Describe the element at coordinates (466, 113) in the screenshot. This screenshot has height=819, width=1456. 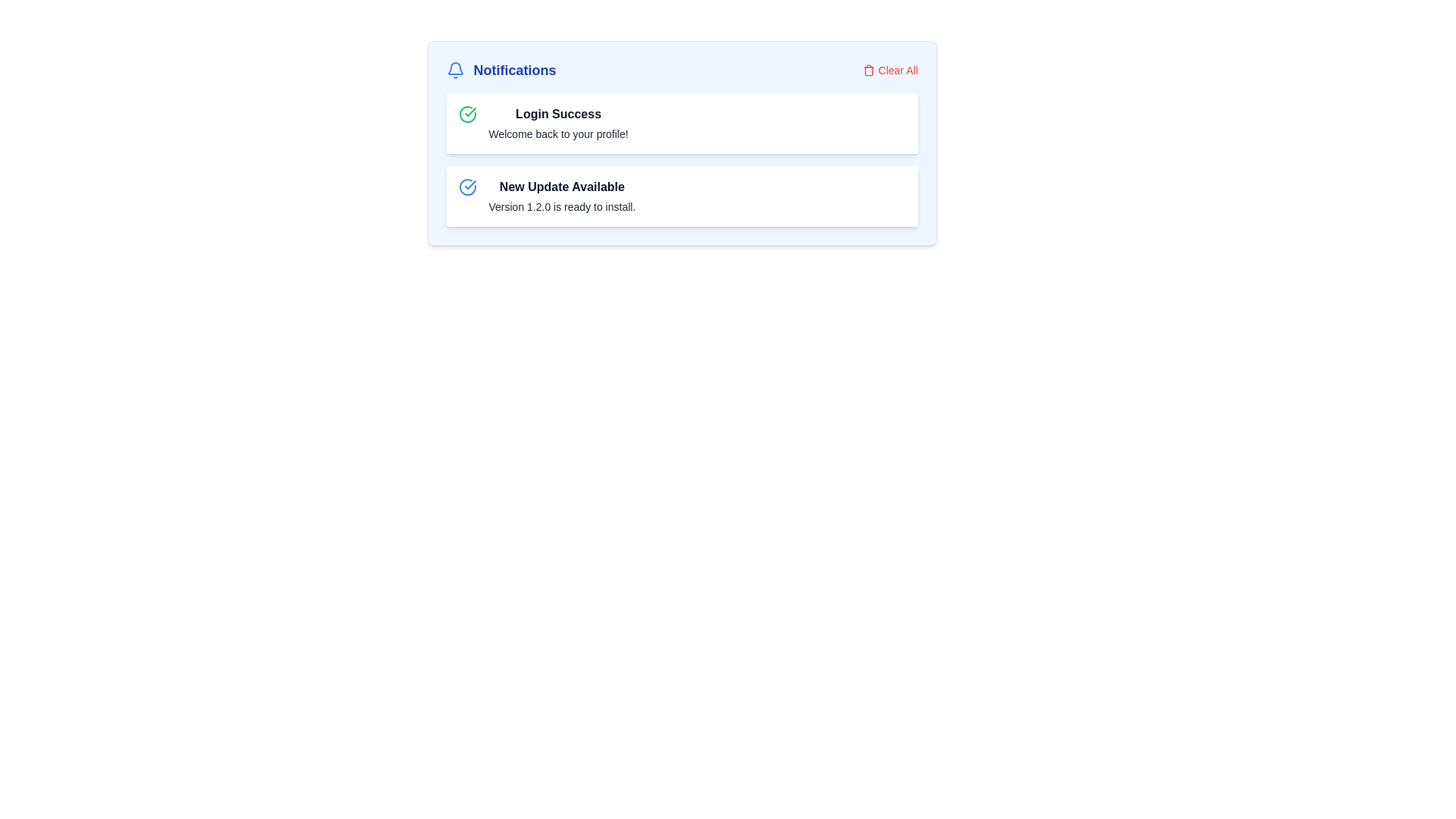
I see `the success confirmation icon in the 'Login Success' notification card, which indicates that an operation has been successfully completed` at that location.